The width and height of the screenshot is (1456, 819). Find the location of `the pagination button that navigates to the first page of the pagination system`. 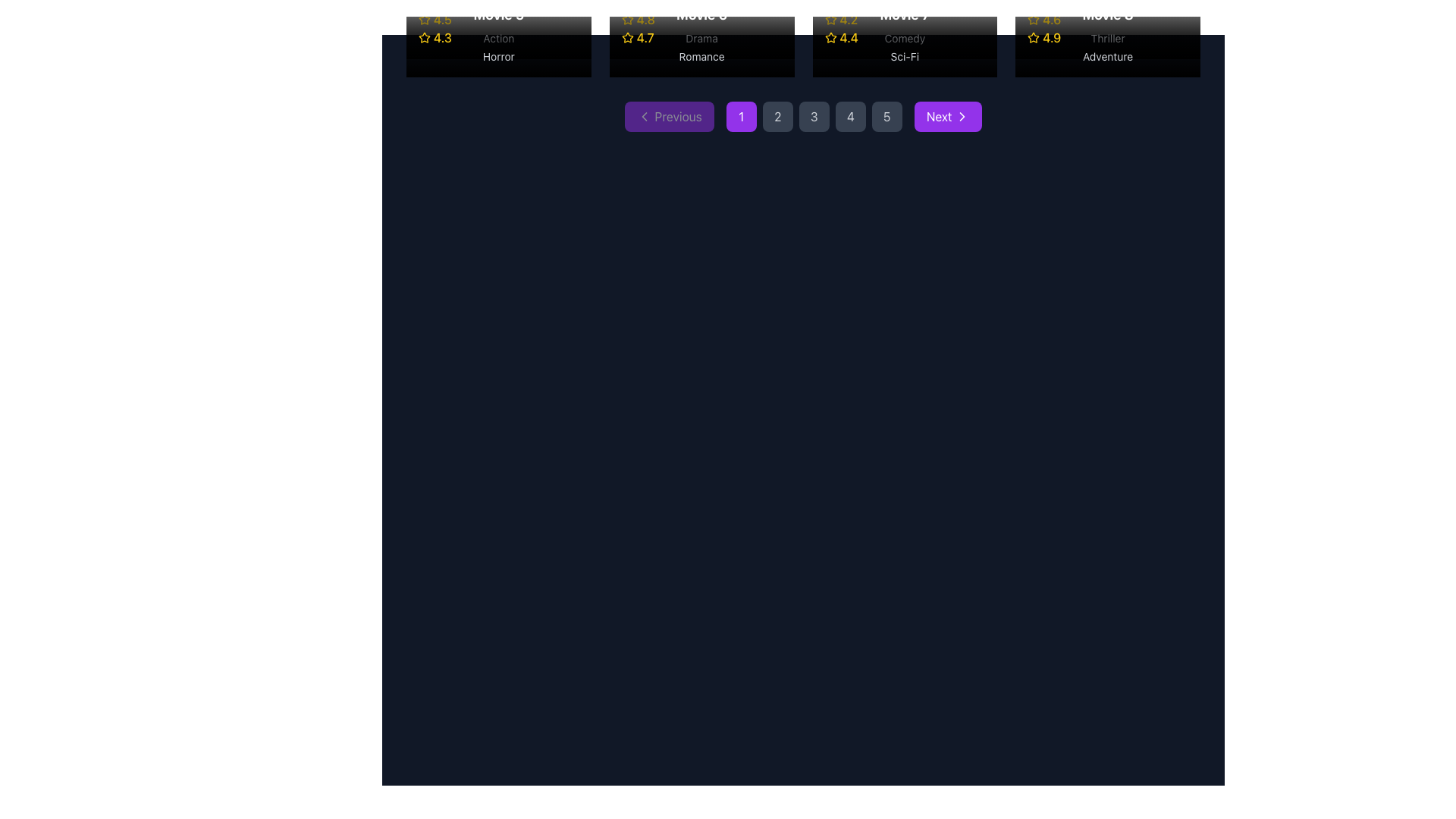

the pagination button that navigates to the first page of the pagination system is located at coordinates (741, 116).